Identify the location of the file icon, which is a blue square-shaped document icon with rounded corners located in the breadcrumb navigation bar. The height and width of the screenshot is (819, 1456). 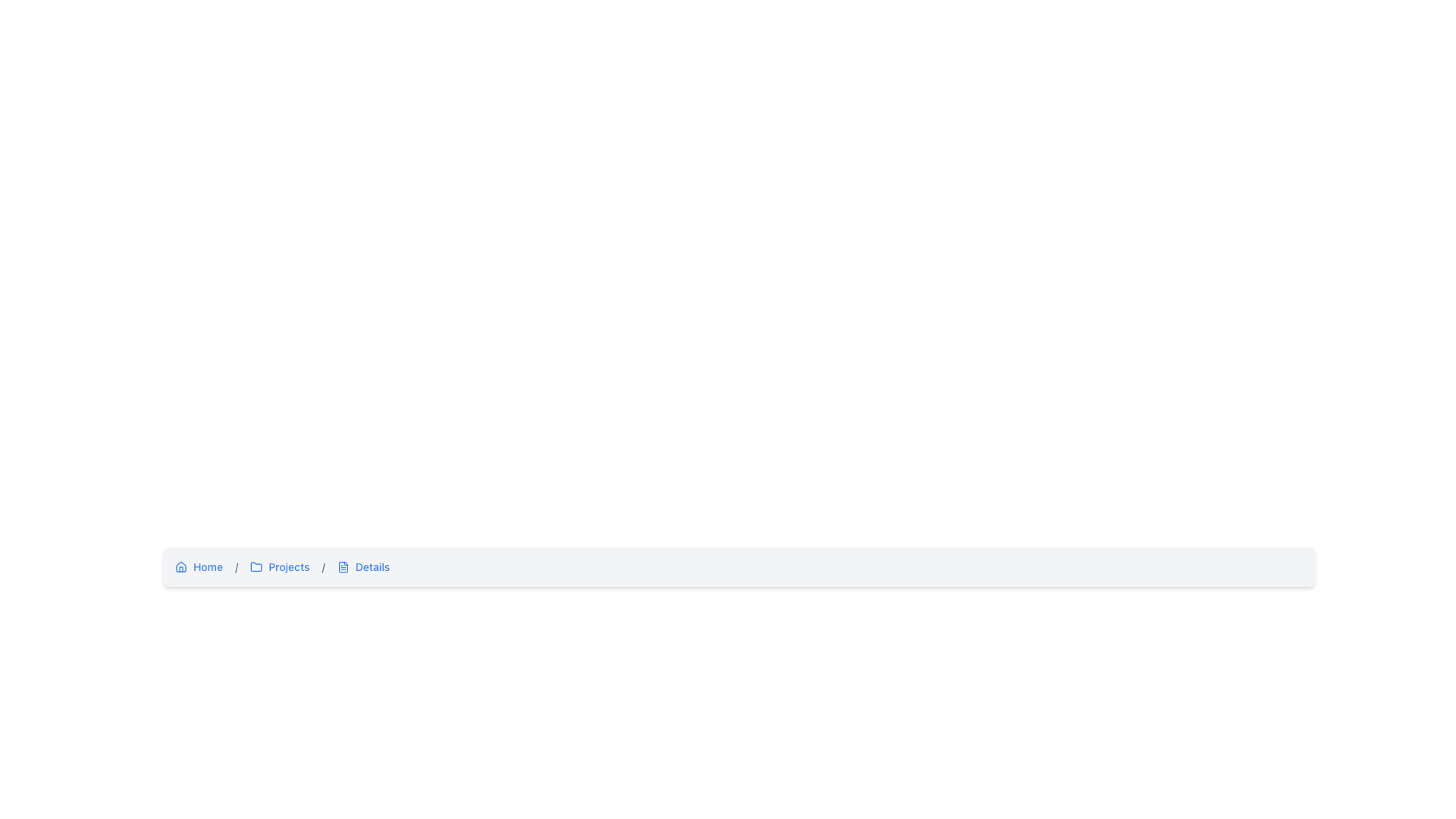
(342, 567).